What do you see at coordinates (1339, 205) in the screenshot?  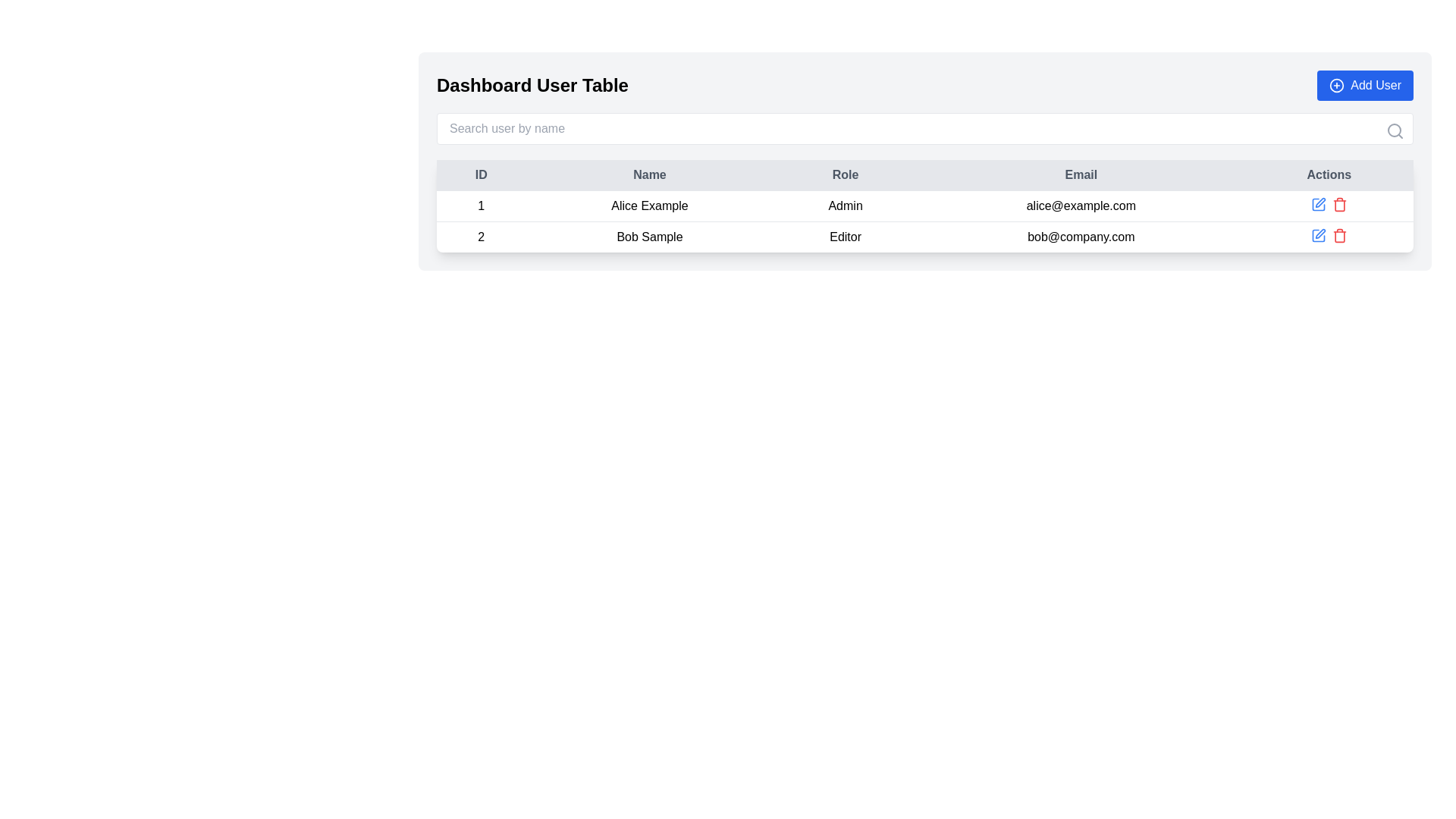 I see `the red-colored trash bin icon button located in the 'Actions' column of the second row of the user table` at bounding box center [1339, 205].